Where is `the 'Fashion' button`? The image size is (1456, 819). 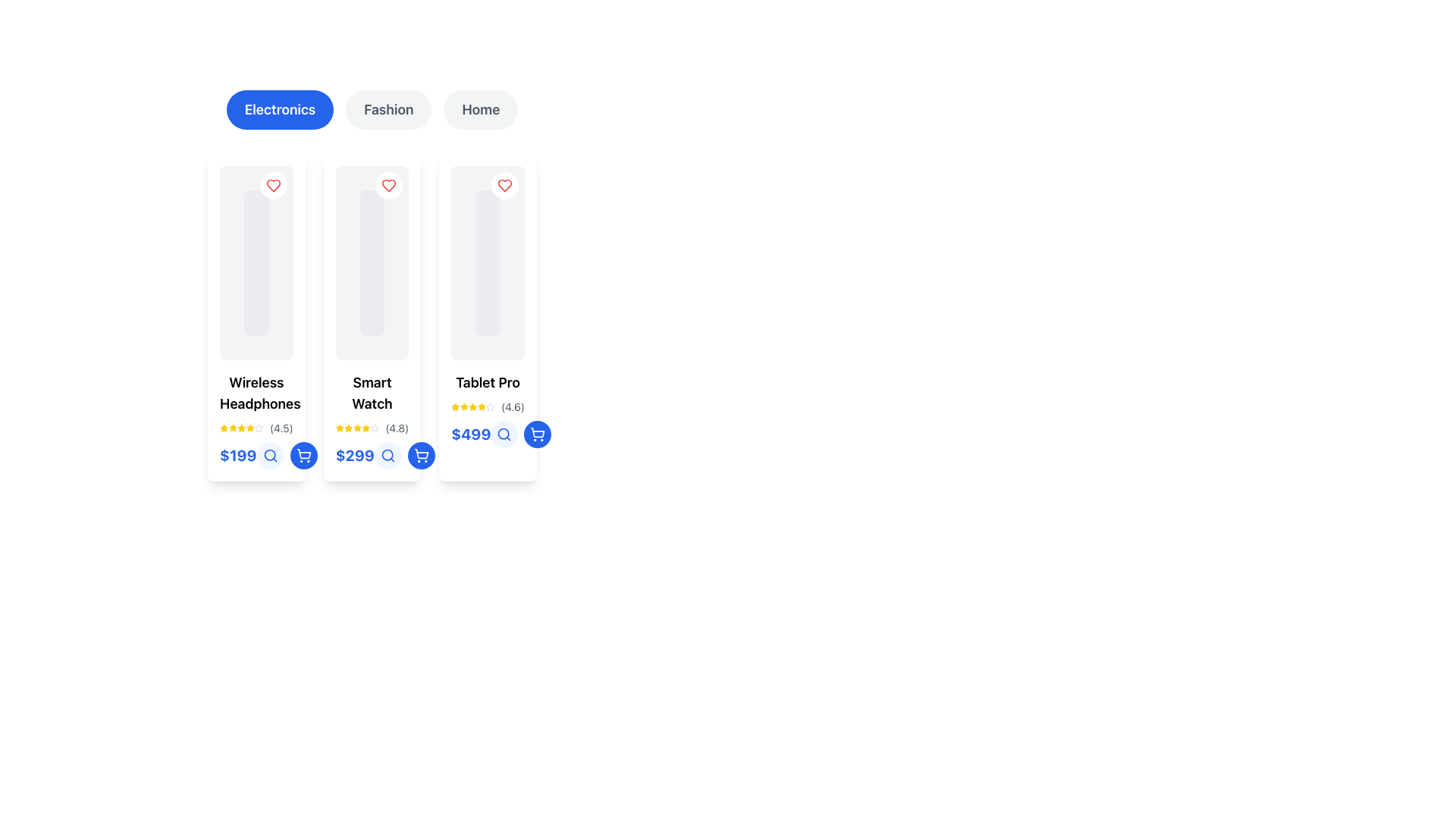 the 'Fashion' button is located at coordinates (388, 109).